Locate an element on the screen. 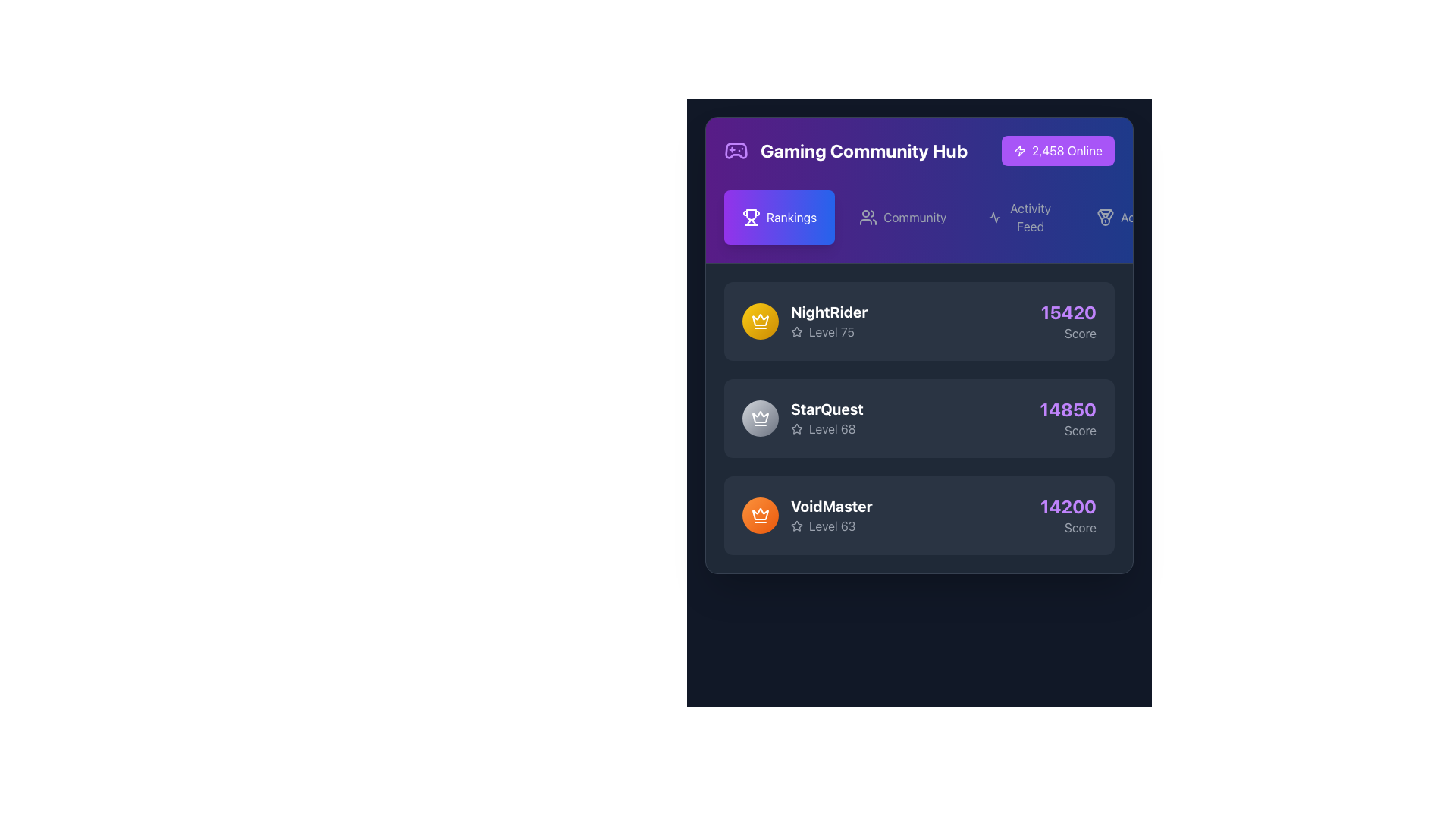 The height and width of the screenshot is (819, 1456). the small star icon with a thin light gray border adjacent to the text 'Level 68' in the leaderboard for user 'StarQuest' is located at coordinates (796, 429).